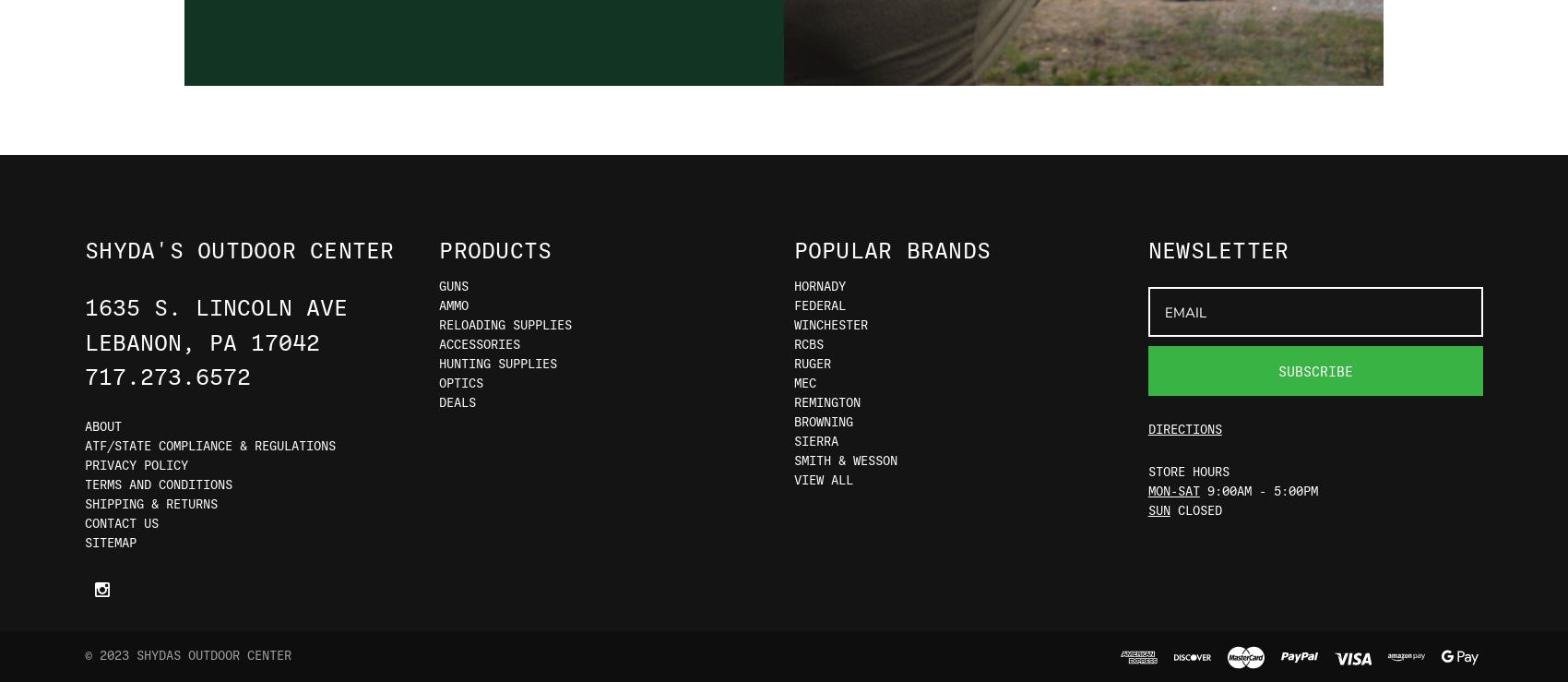 Image resolution: width=1568 pixels, height=682 pixels. I want to click on 'Contact Us', so click(84, 521).